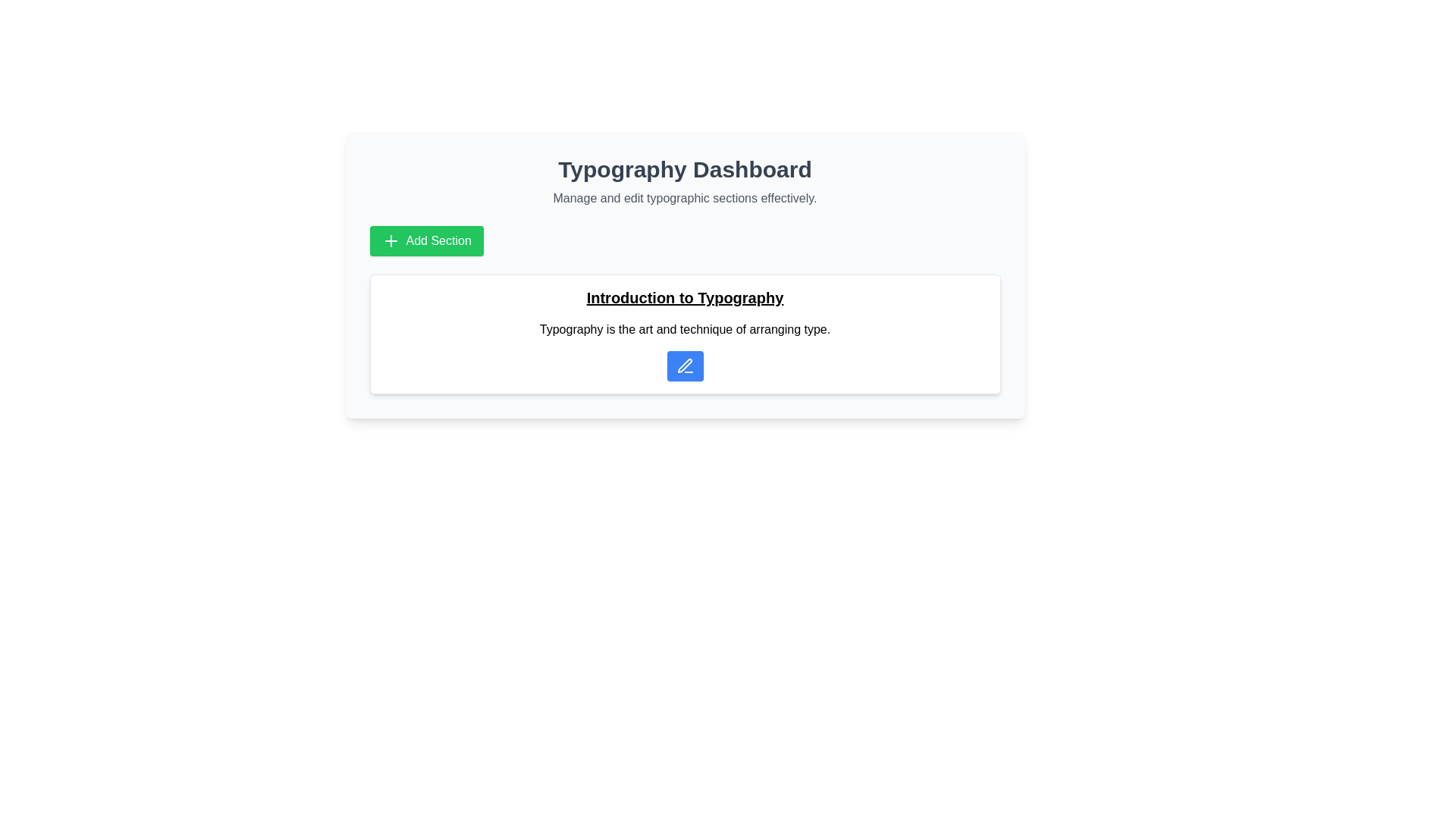  What do you see at coordinates (684, 169) in the screenshot?
I see `header text which serves as the title of the current section, positioned above the text 'Manage and edit typographic sections effectively.'` at bounding box center [684, 169].